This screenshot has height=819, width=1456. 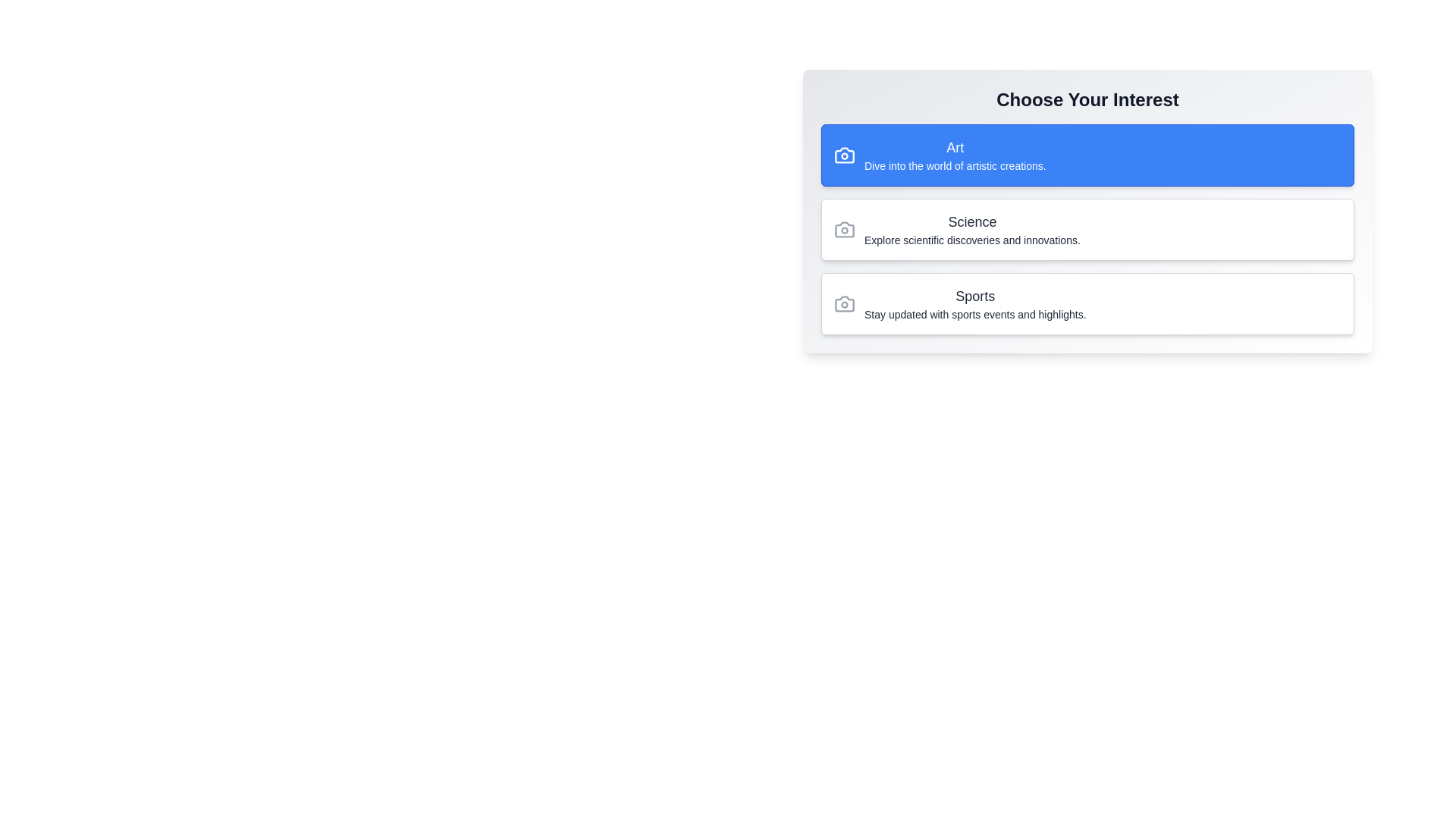 I want to click on the static text label that displays the word 'Sports', which is styled with a bold font and is centrally aligned within a white card, so click(x=975, y=296).